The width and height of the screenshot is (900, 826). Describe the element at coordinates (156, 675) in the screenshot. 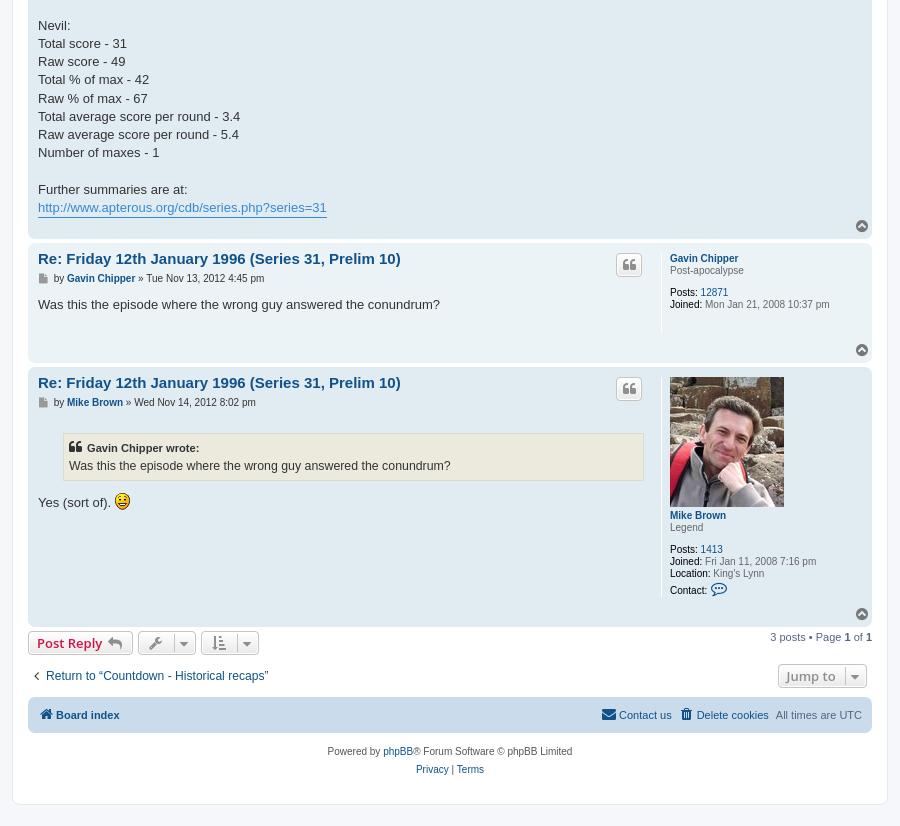

I see `'Return to “Countdown - Historical recaps”'` at that location.